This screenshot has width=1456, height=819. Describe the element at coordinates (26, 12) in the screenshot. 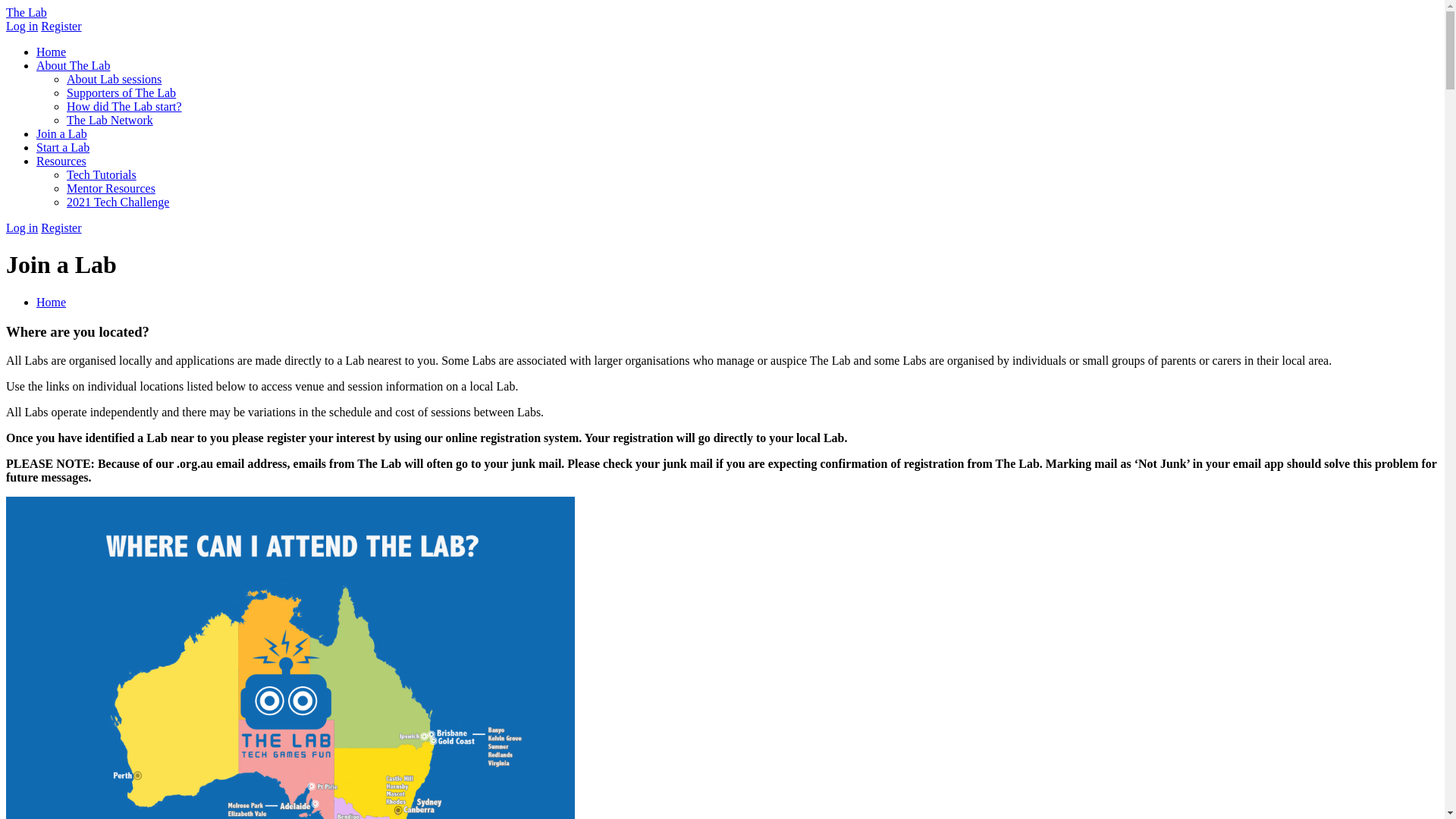

I see `'The Lab'` at that location.